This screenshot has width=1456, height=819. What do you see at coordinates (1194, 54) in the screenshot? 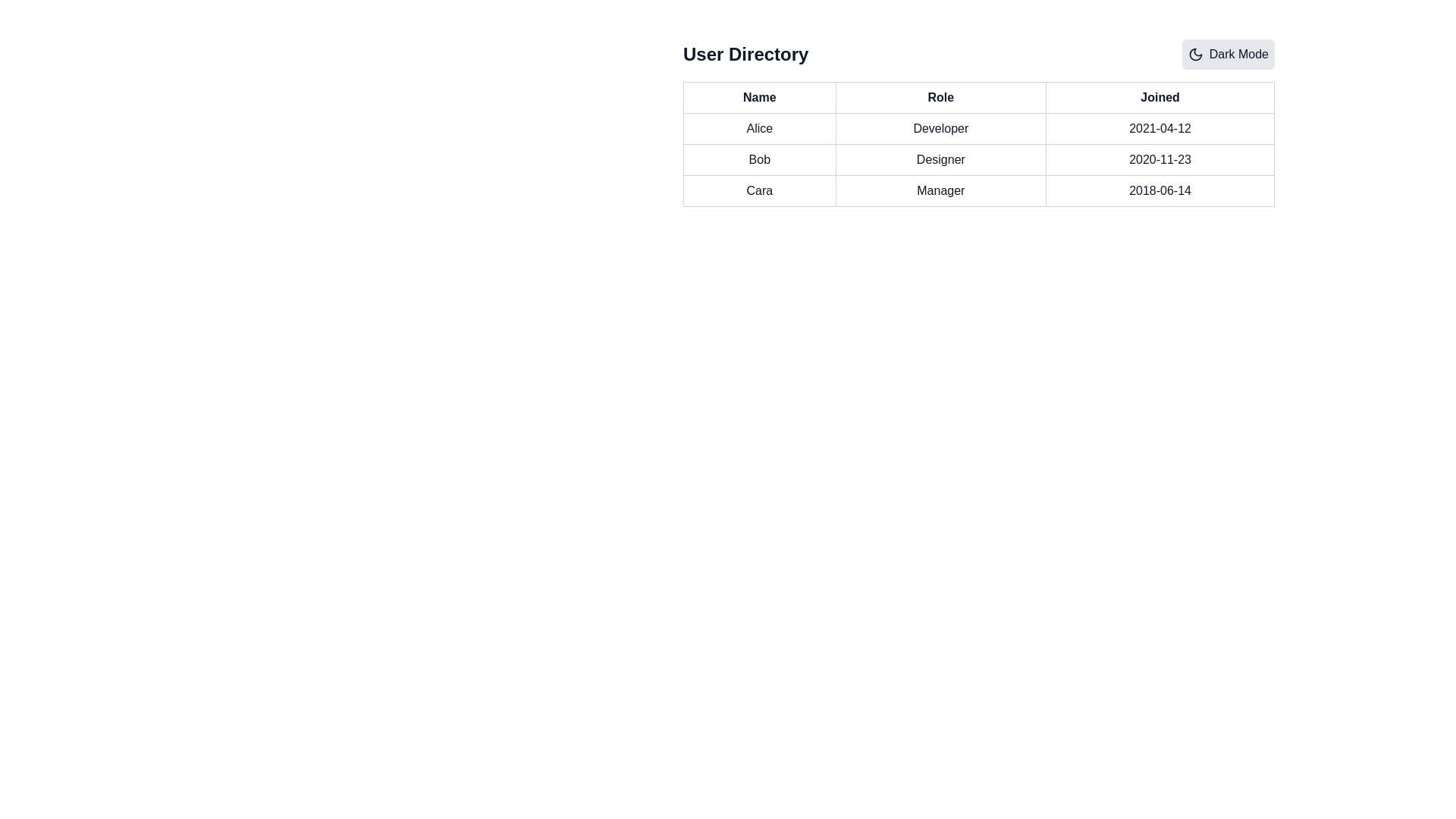
I see `the crescent moon icon, which serves as the dark mode toggle feature located near the top-right corner of the interface` at bounding box center [1194, 54].